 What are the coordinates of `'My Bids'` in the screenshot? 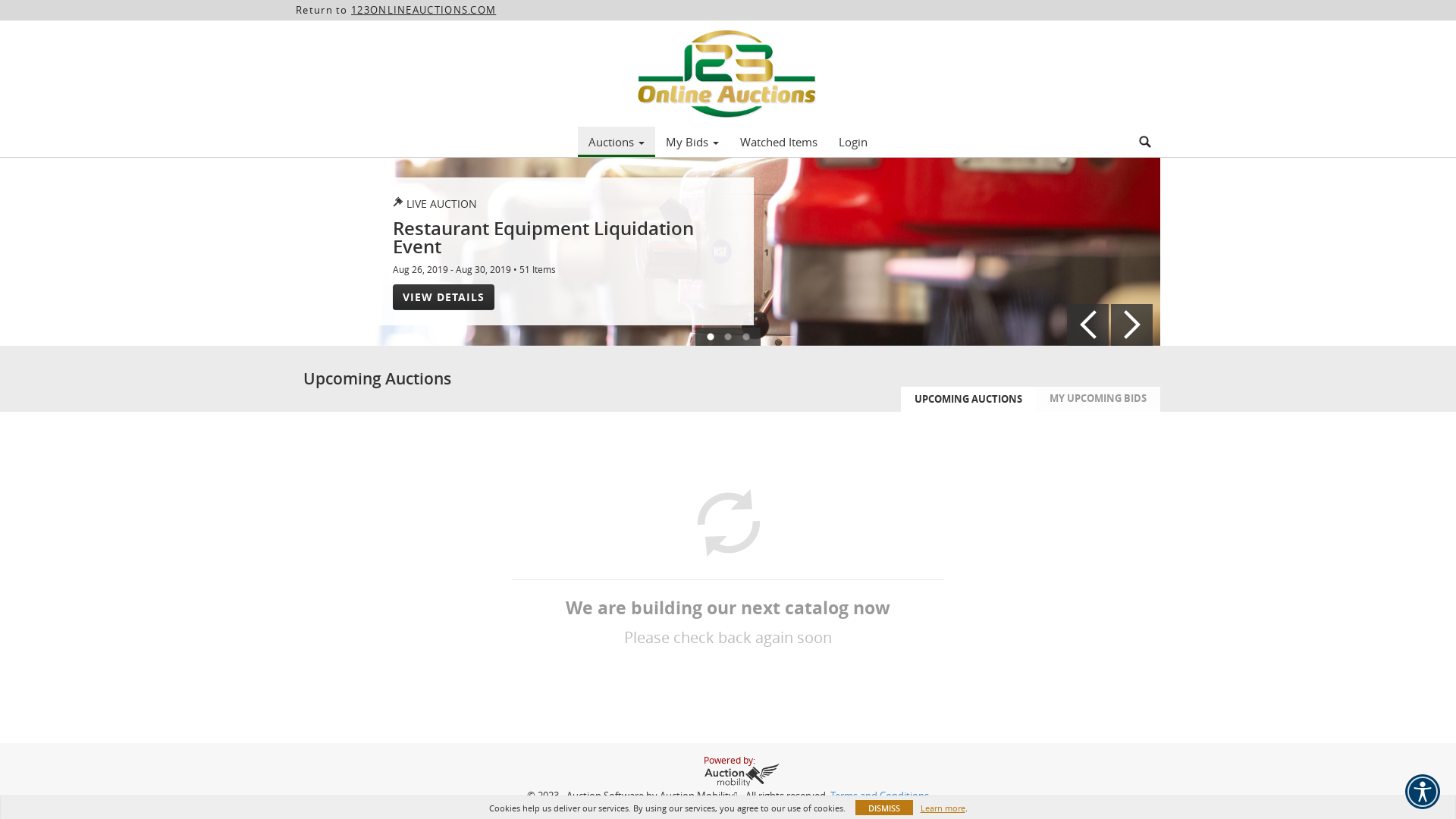 It's located at (691, 141).